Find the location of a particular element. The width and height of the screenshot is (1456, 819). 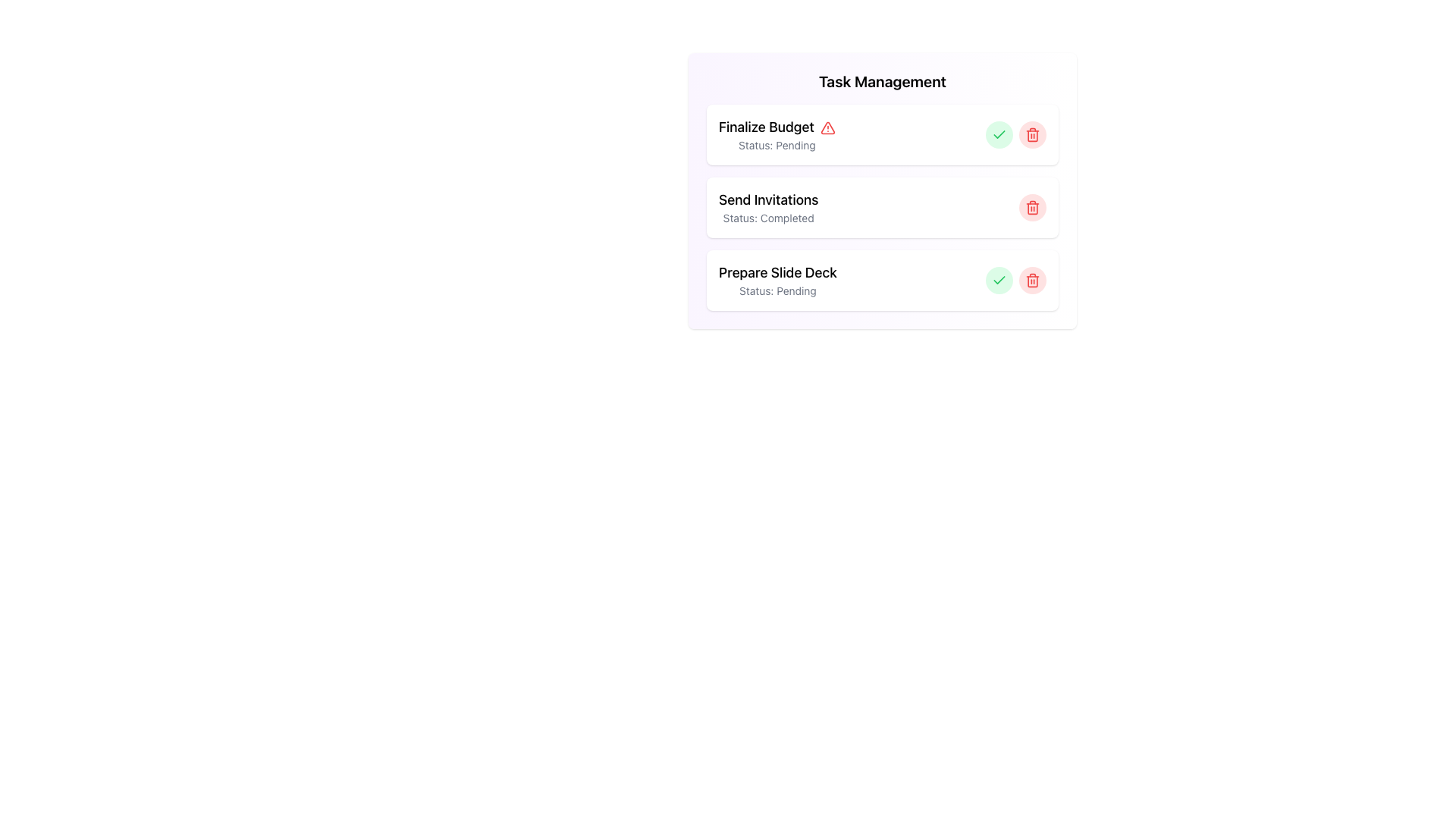

the alert information associated with the notification icon located to the right of the 'Finalize Budget' text in the Task Management card is located at coordinates (827, 127).